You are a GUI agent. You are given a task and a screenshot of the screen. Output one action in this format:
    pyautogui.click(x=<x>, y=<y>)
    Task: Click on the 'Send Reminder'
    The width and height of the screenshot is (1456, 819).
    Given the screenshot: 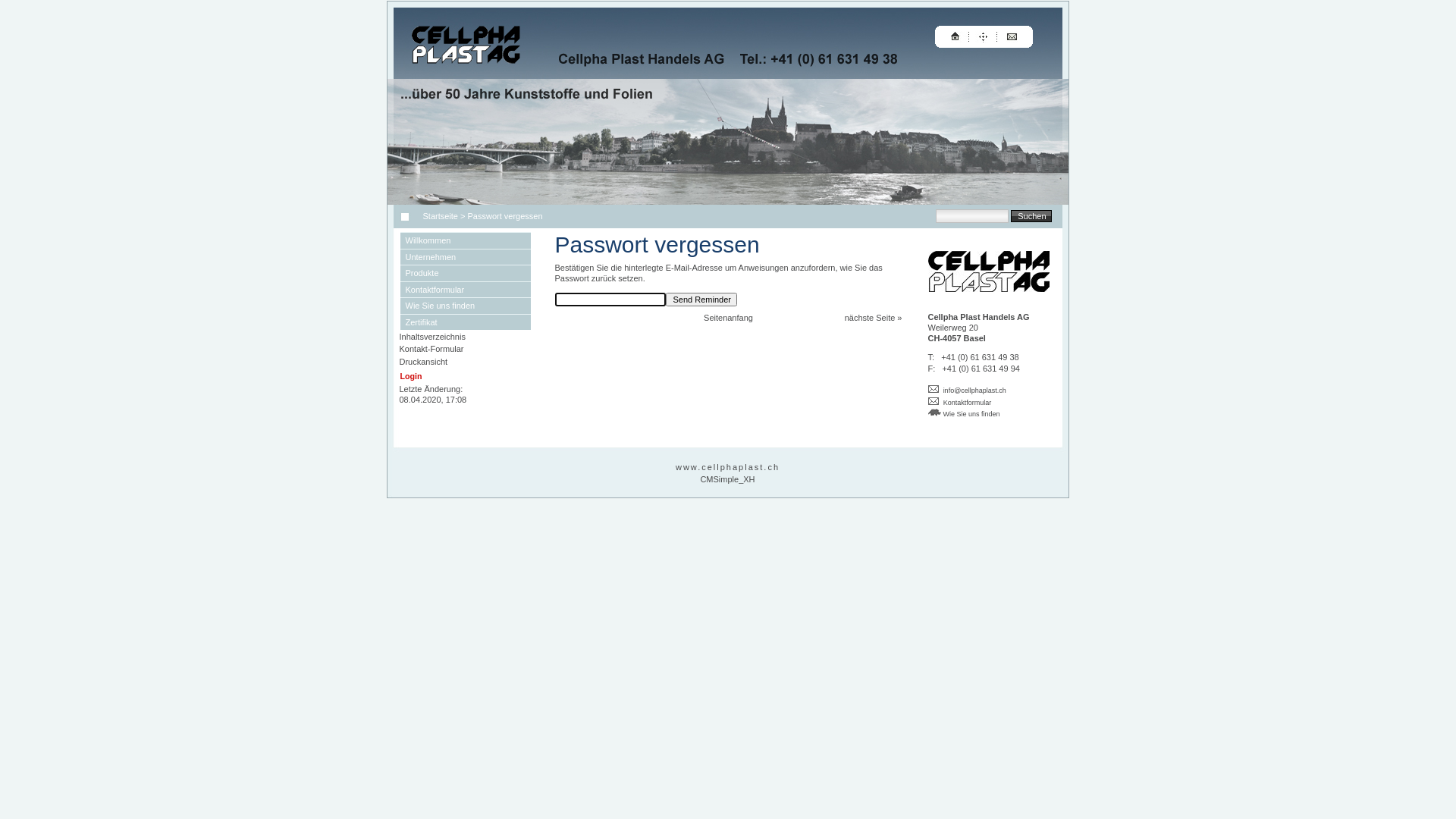 What is the action you would take?
    pyautogui.click(x=701, y=299)
    